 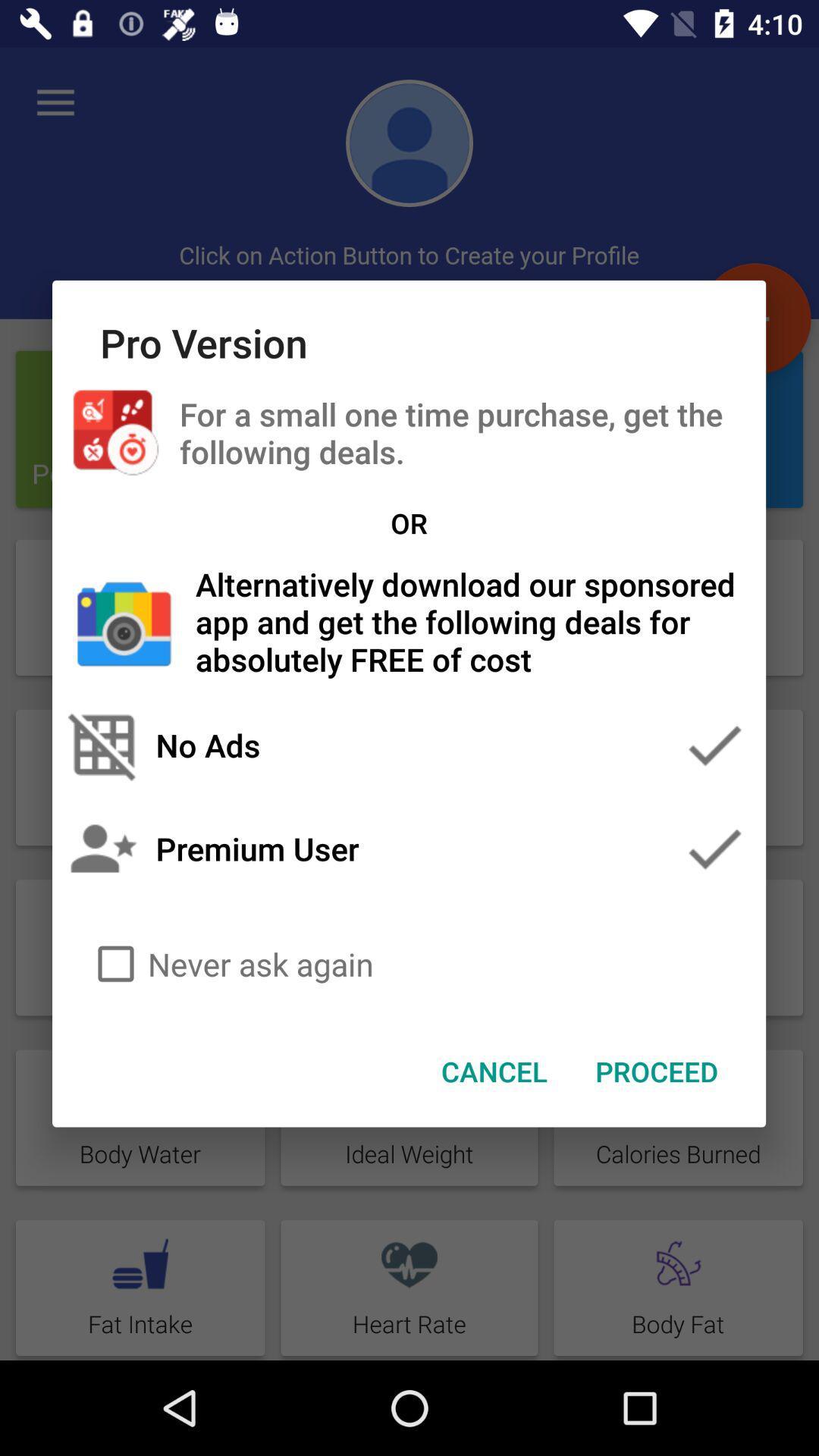 What do you see at coordinates (494, 1070) in the screenshot?
I see `icon below the never ask again icon` at bounding box center [494, 1070].